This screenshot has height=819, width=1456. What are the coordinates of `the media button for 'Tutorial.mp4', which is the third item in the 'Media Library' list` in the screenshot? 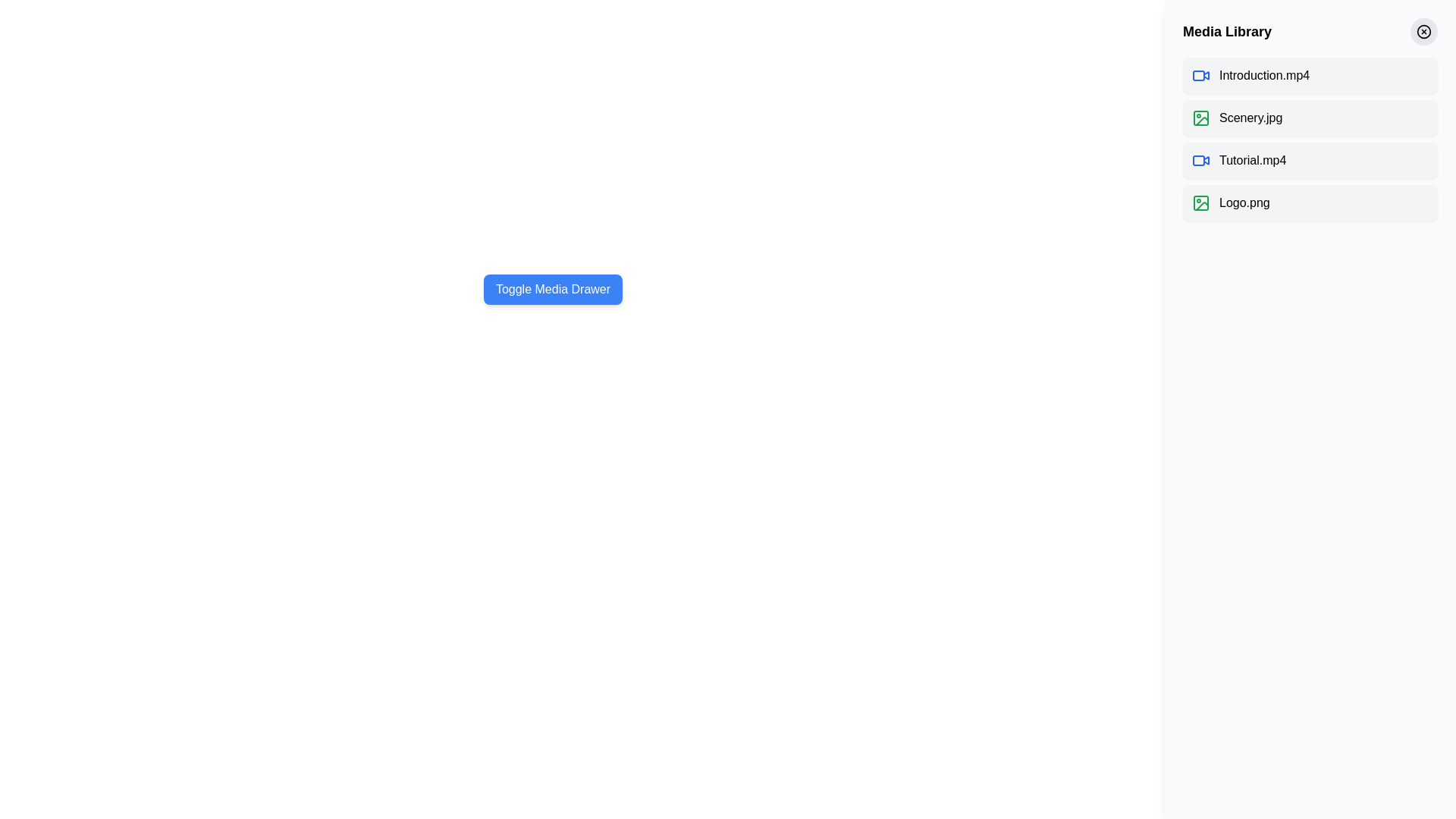 It's located at (1310, 161).